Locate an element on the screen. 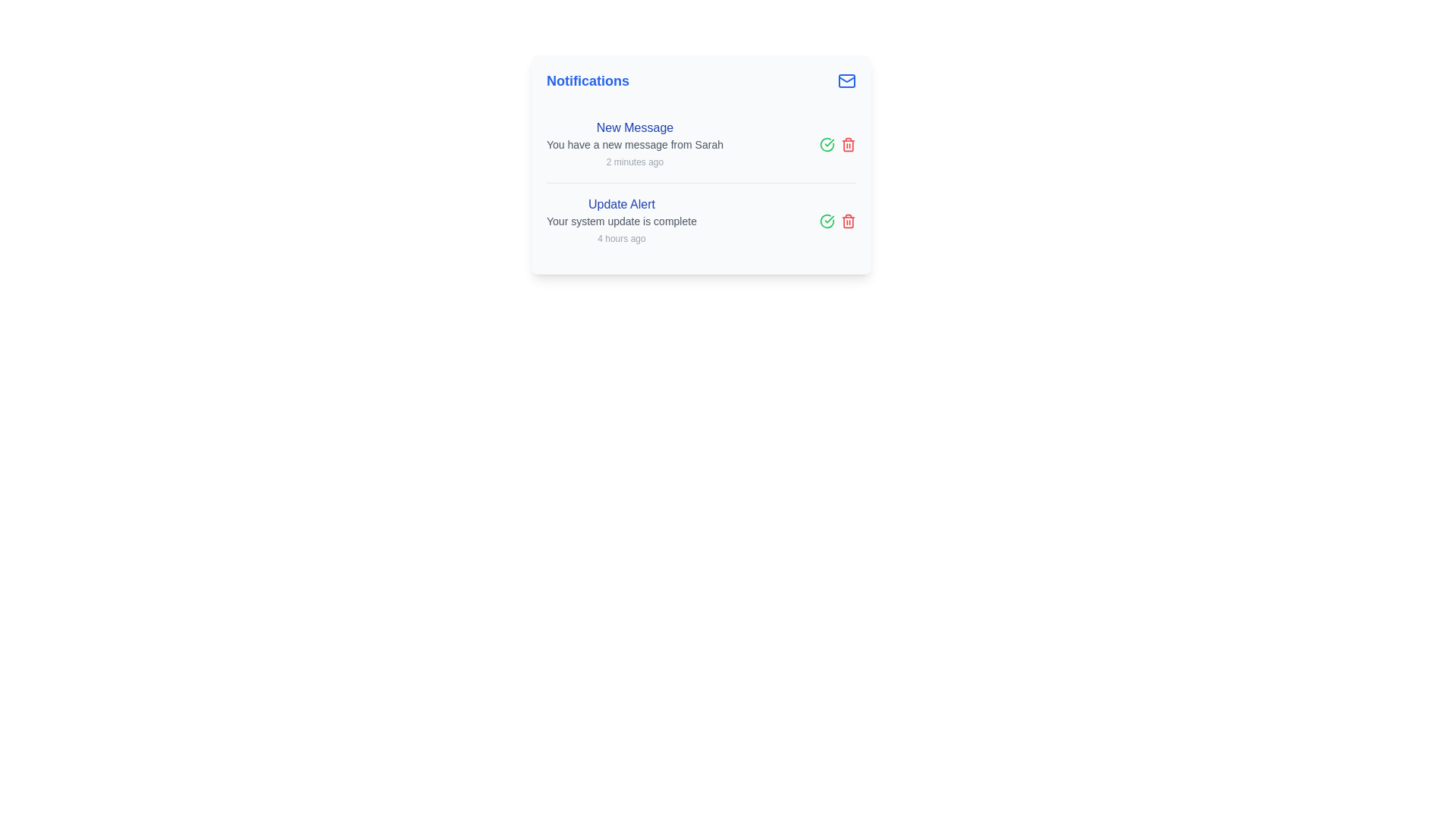 The width and height of the screenshot is (1456, 819). the IconButton that marks the notification as completed or acknowledged is located at coordinates (826, 221).